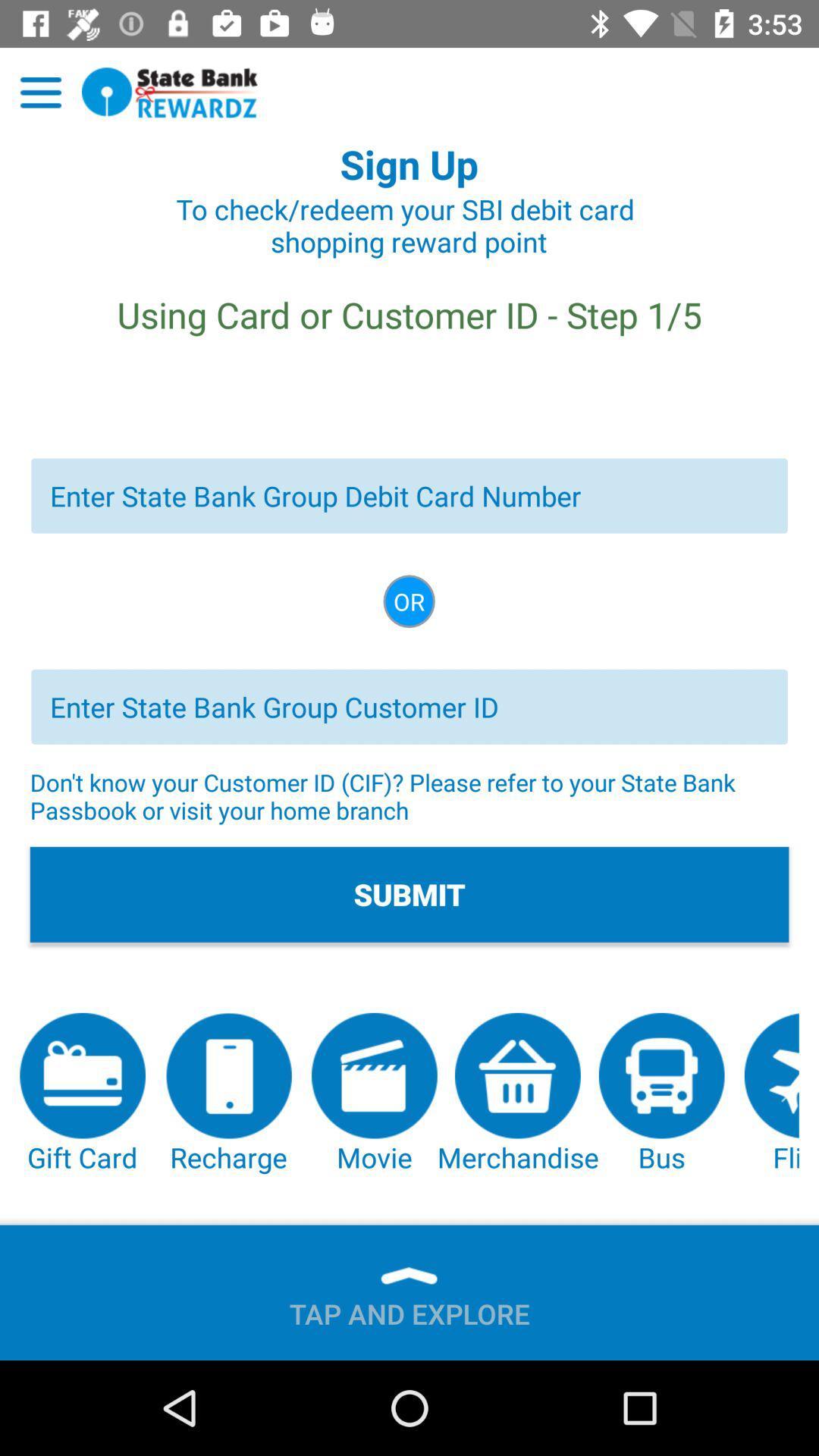  Describe the element at coordinates (409, 706) in the screenshot. I see `group customer id` at that location.